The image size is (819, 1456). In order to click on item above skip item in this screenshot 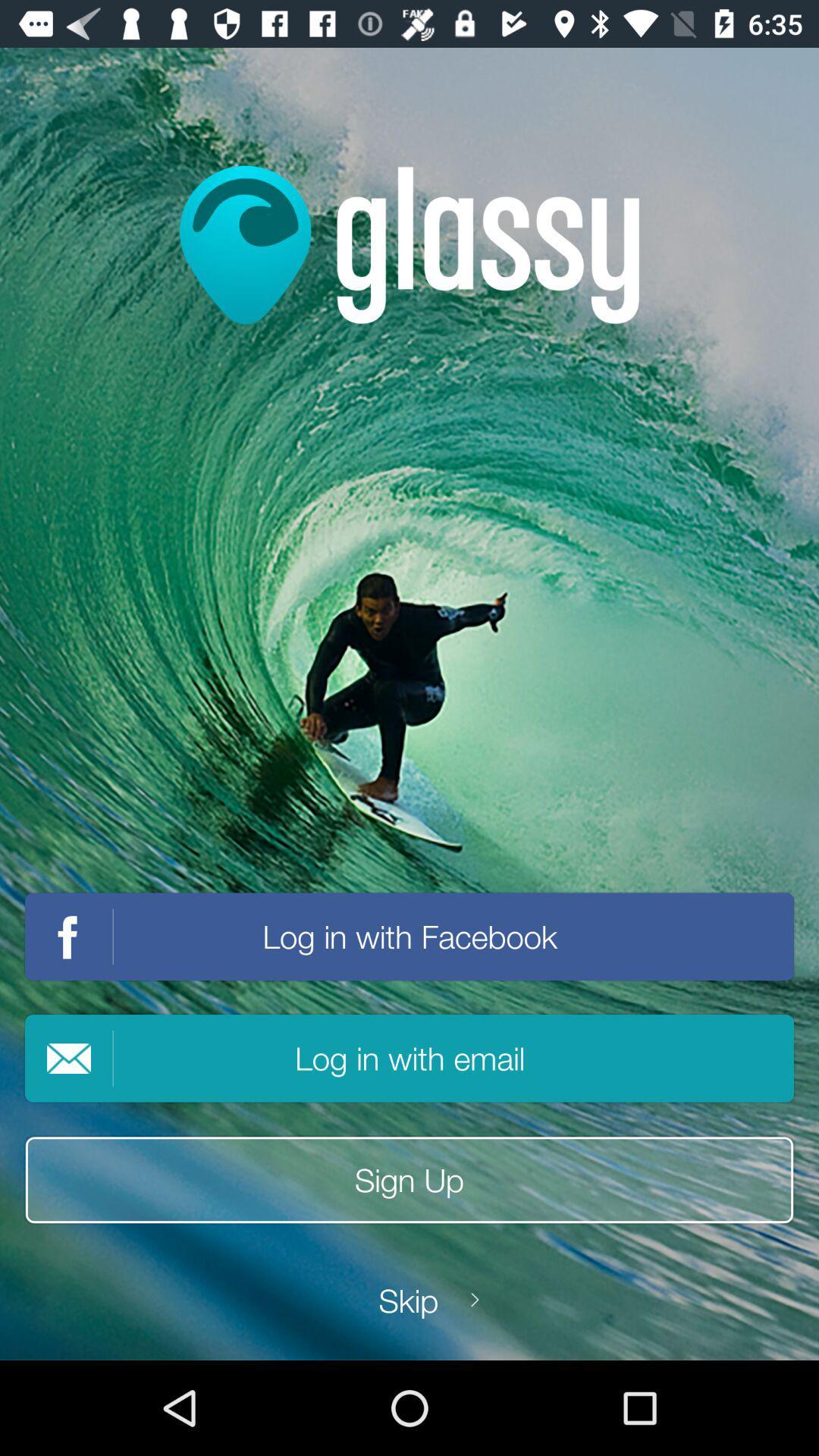, I will do `click(409, 1179)`.